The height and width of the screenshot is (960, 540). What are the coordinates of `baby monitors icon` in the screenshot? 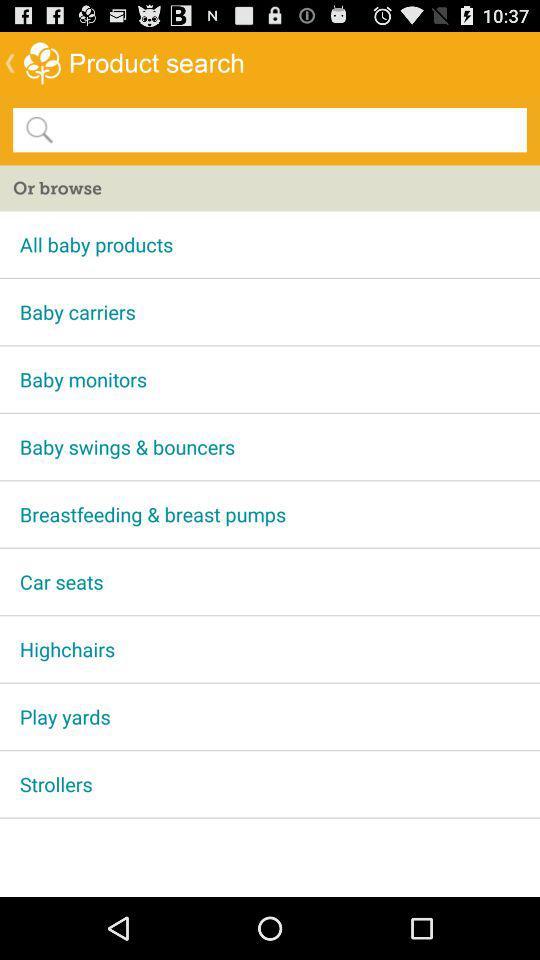 It's located at (270, 378).